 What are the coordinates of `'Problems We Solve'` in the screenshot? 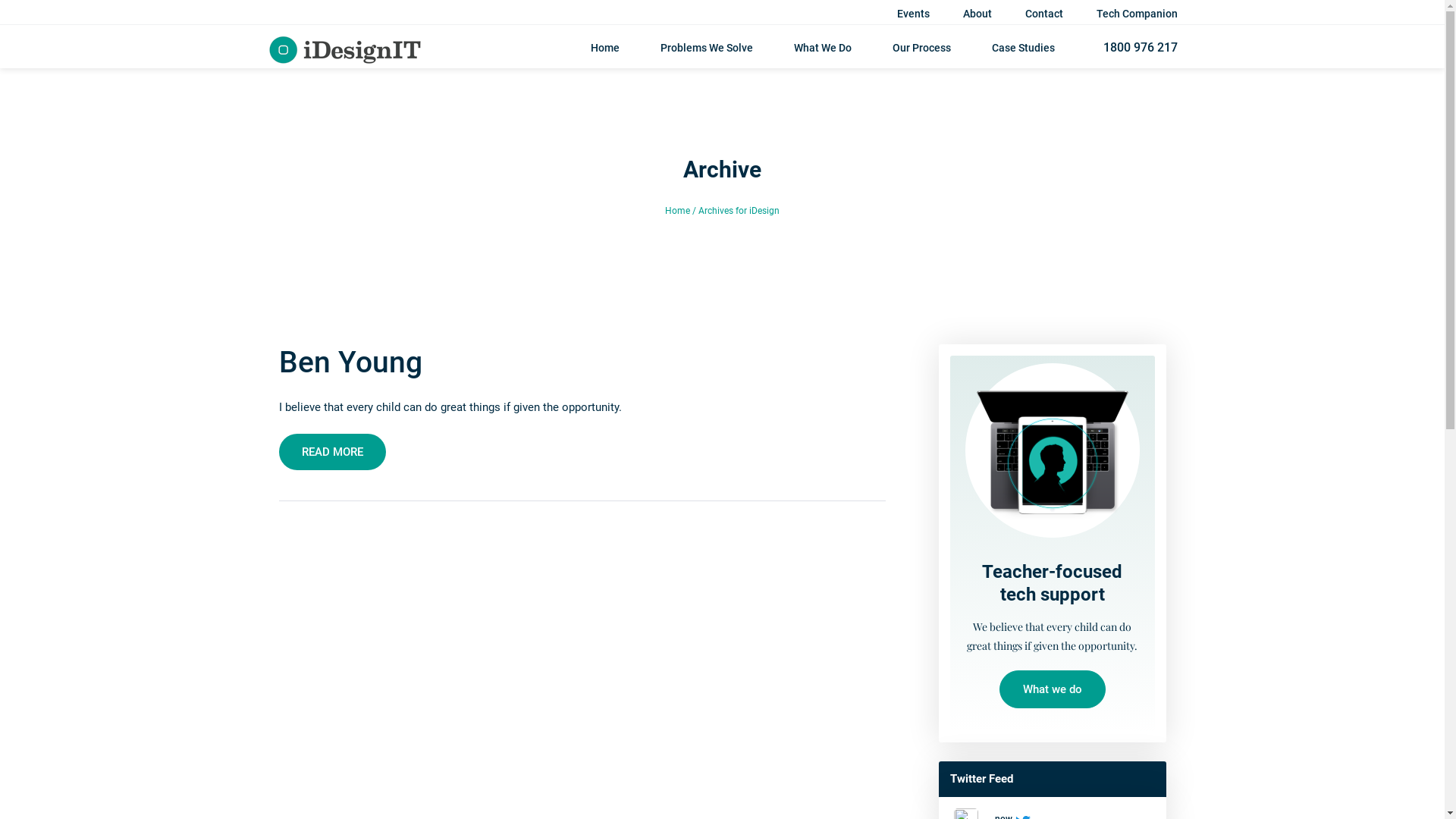 It's located at (659, 52).